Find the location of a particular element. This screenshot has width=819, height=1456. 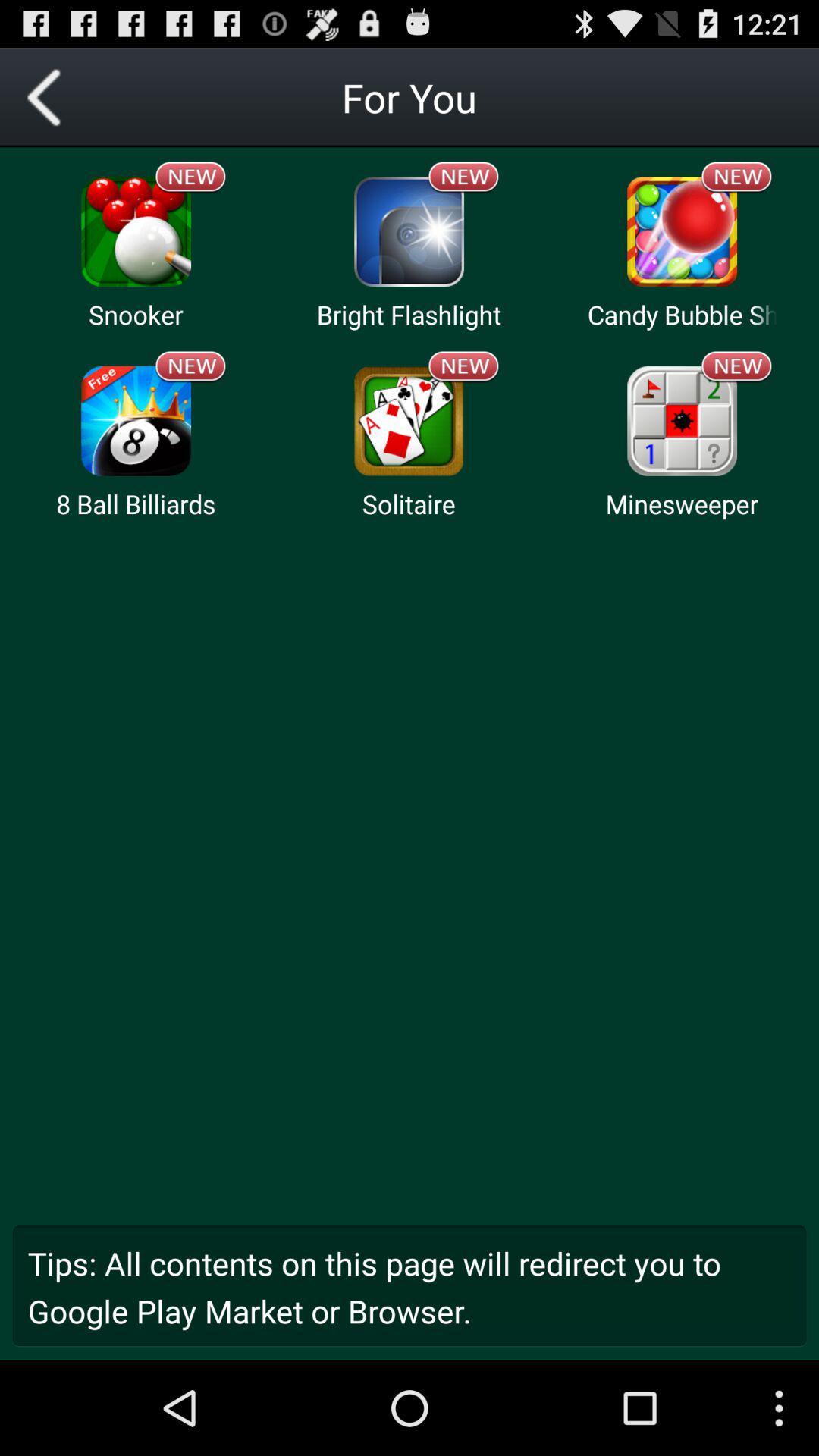

the arrow_backward icon is located at coordinates (49, 103).